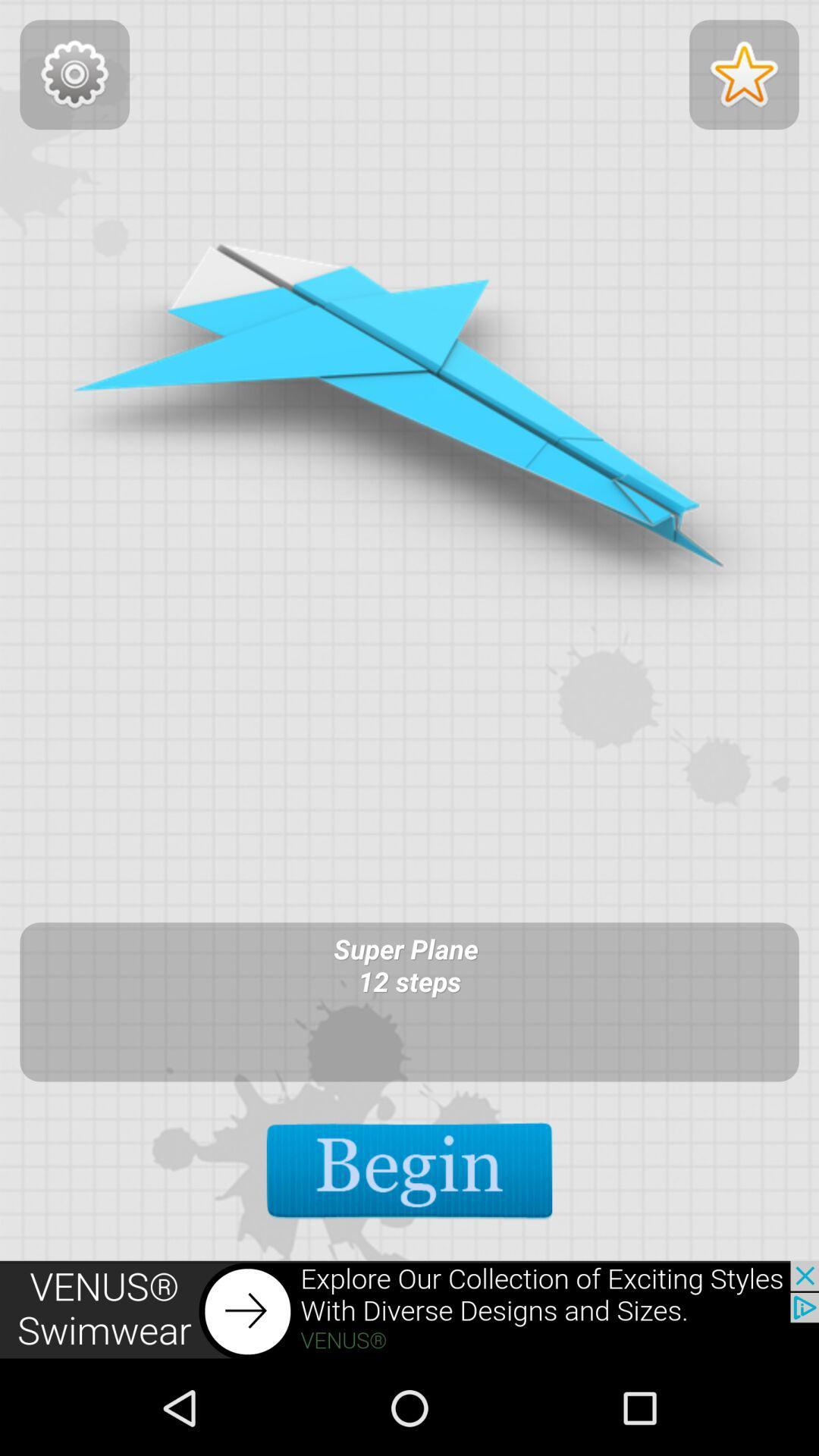 The width and height of the screenshot is (819, 1456). I want to click on the star icon, so click(743, 79).